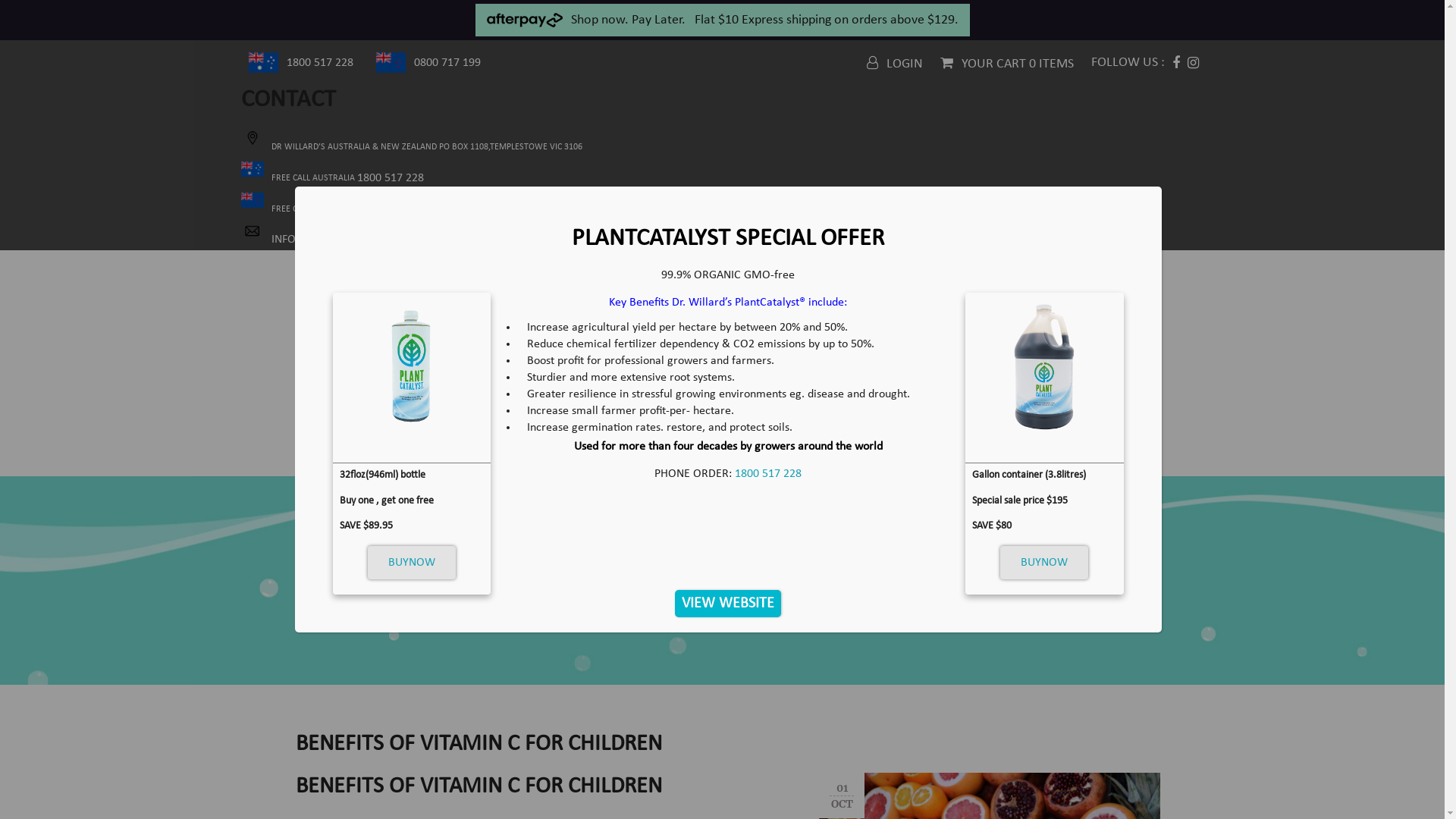 The image size is (1456, 819). Describe the element at coordinates (447, 62) in the screenshot. I see `'0800 717 199'` at that location.